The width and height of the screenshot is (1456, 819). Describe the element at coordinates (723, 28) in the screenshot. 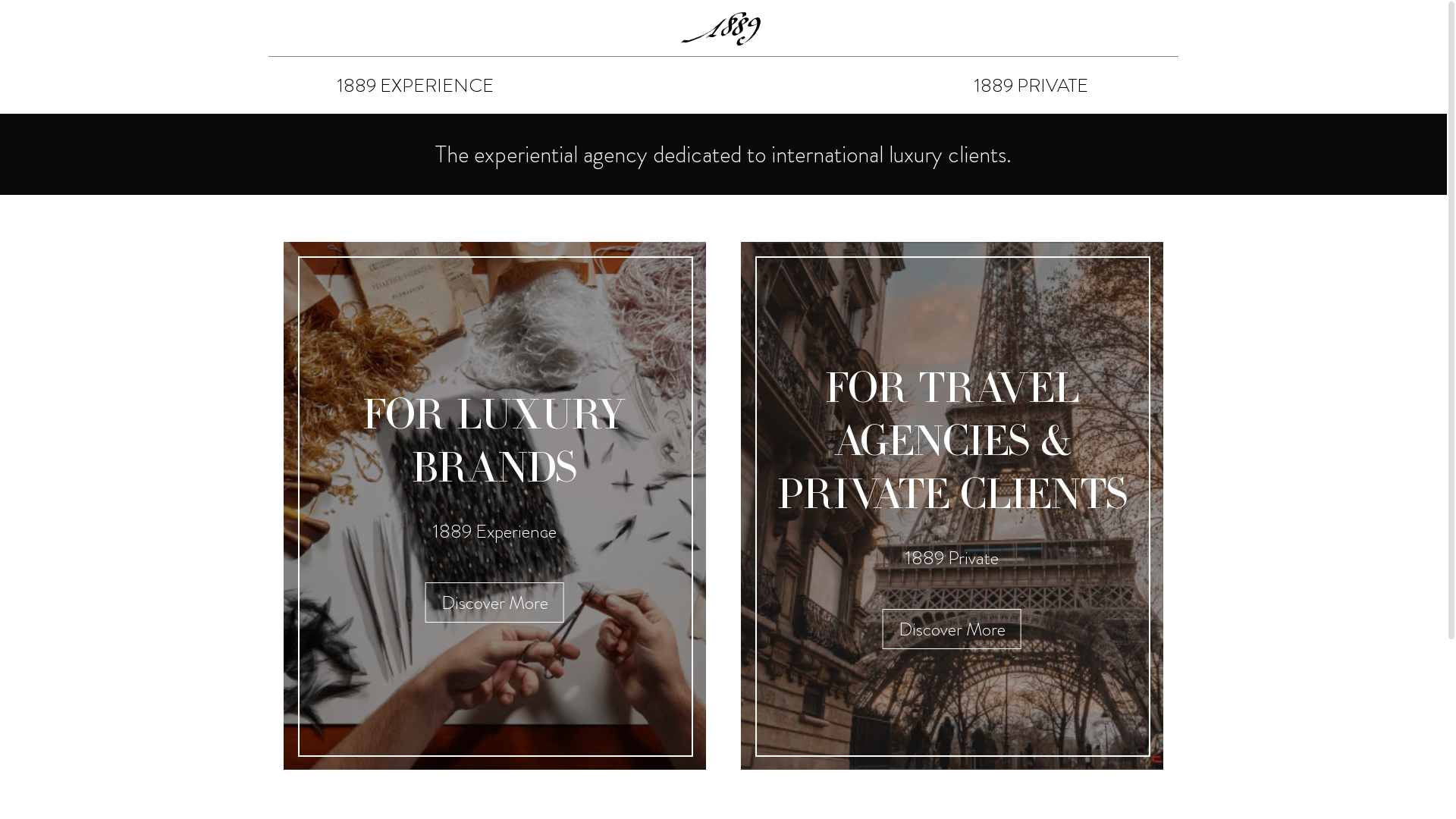

I see `'1889'` at that location.